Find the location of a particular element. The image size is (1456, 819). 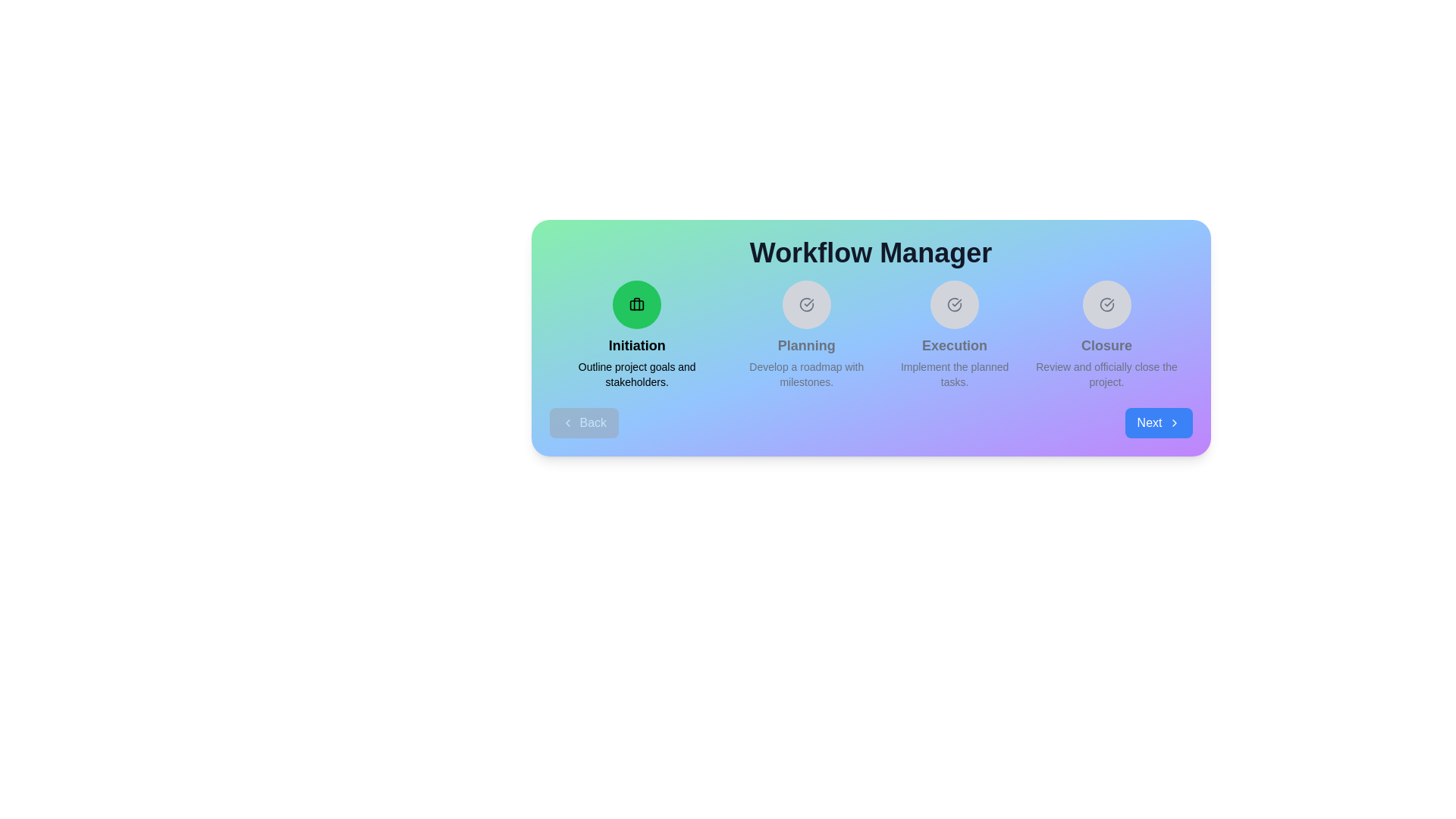

Back button to navigate through the steps is located at coordinates (583, 423).